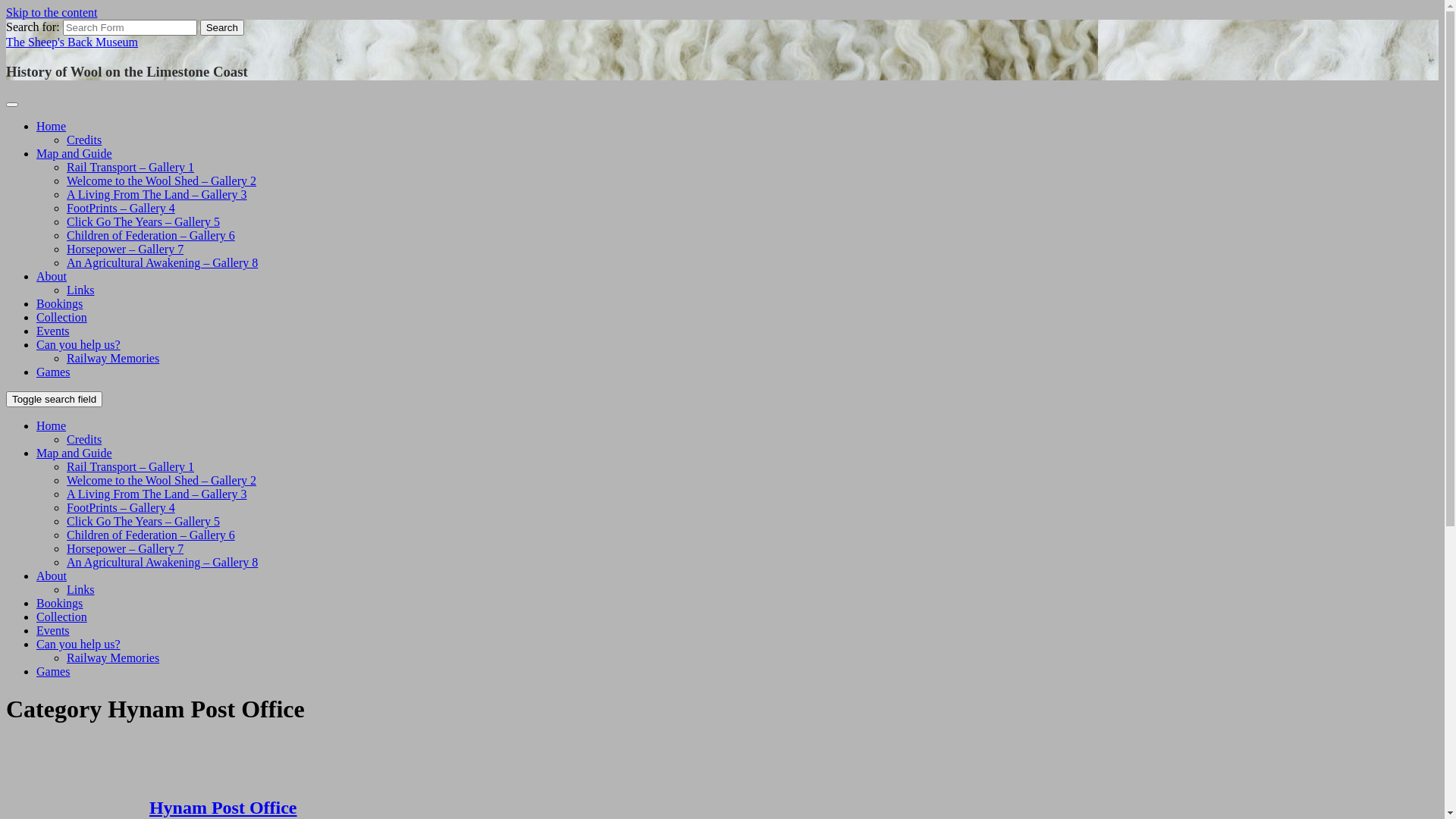 The width and height of the screenshot is (1456, 819). What do you see at coordinates (221, 27) in the screenshot?
I see `'Search'` at bounding box center [221, 27].